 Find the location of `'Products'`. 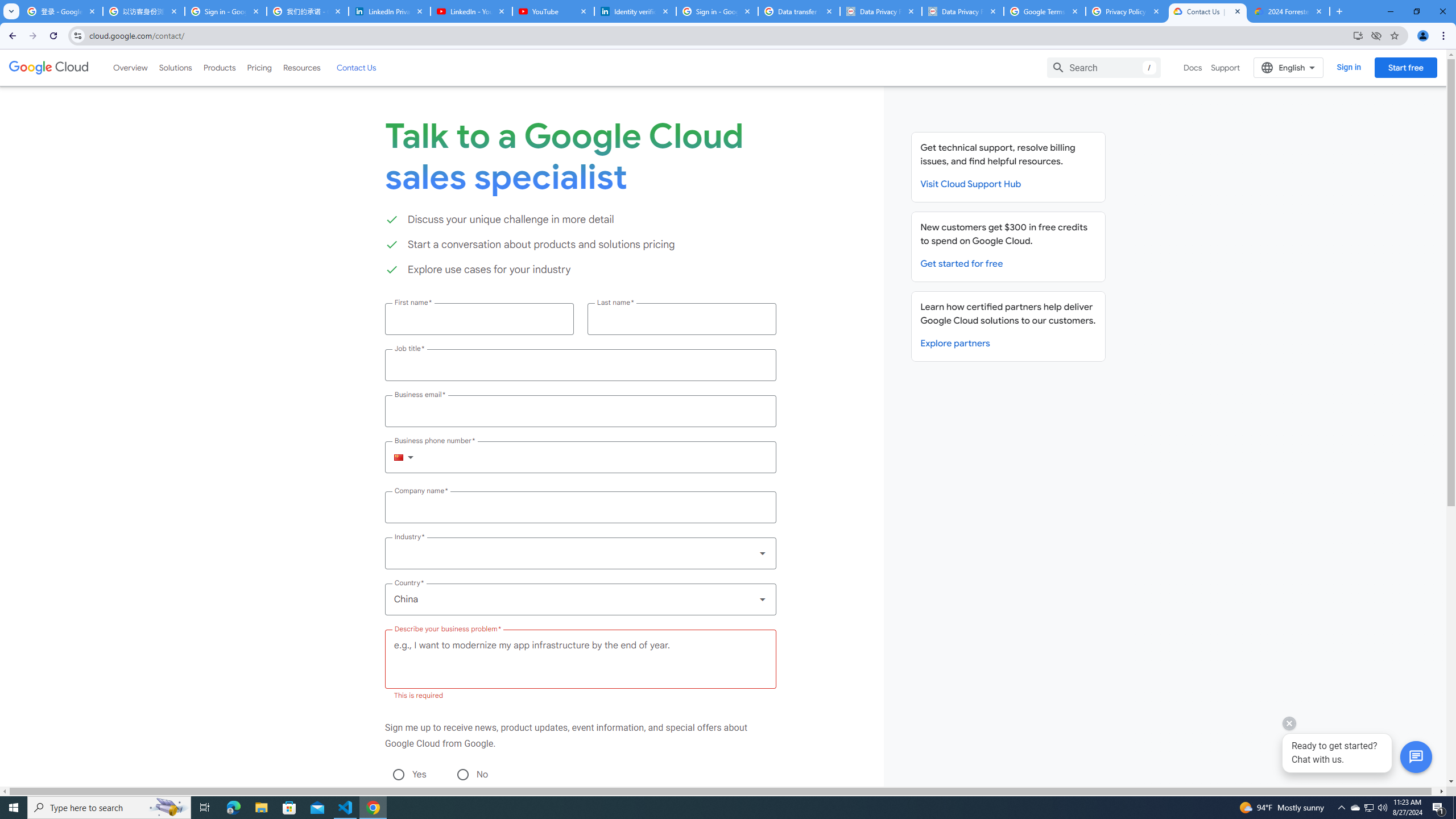

'Products' is located at coordinates (218, 67).